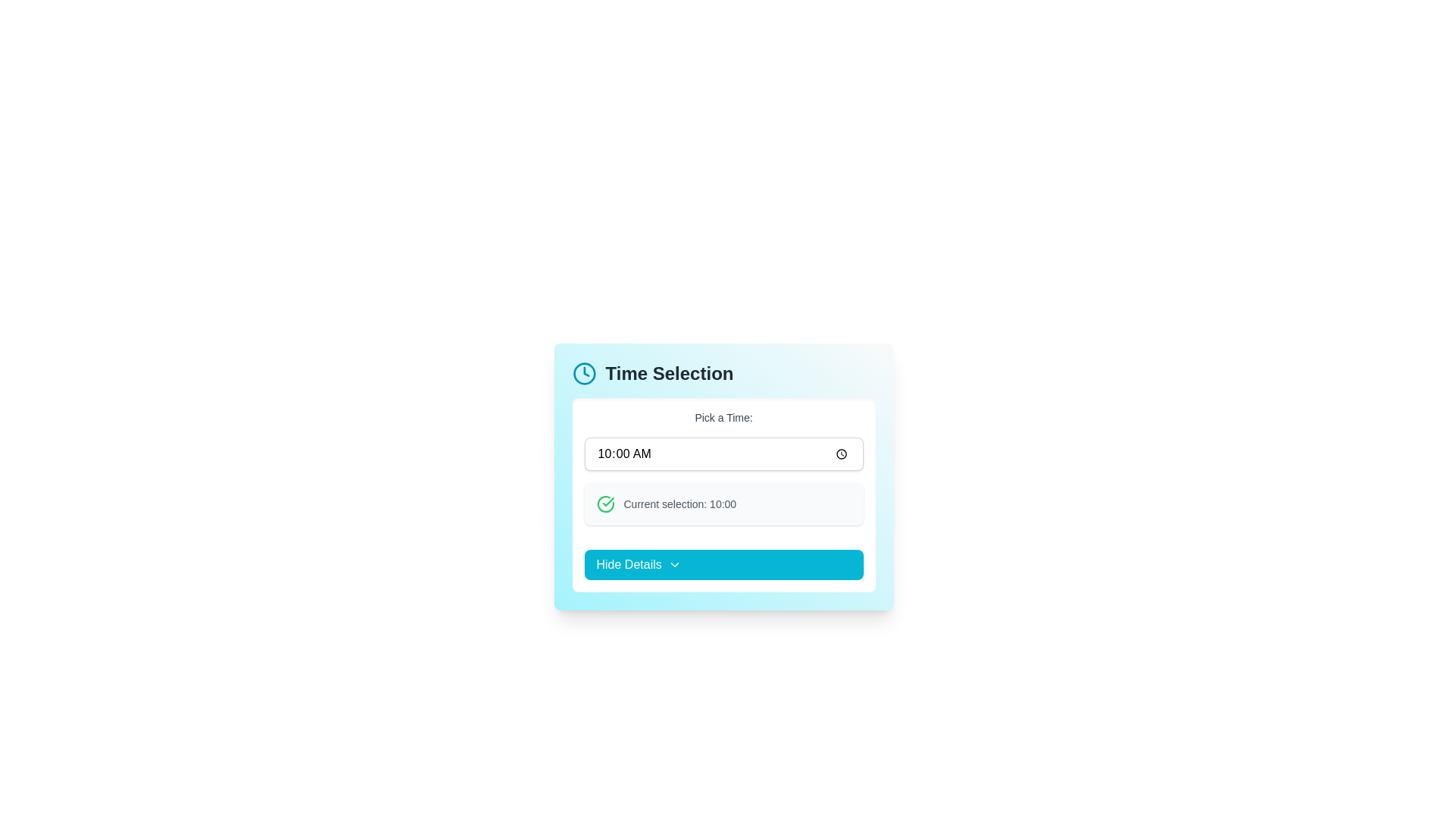 This screenshot has width=1456, height=819. Describe the element at coordinates (669, 374) in the screenshot. I see `the bold, large-sized text label reading 'Time Selection' in dark gray, prominently displayed in a light-themed interface` at that location.